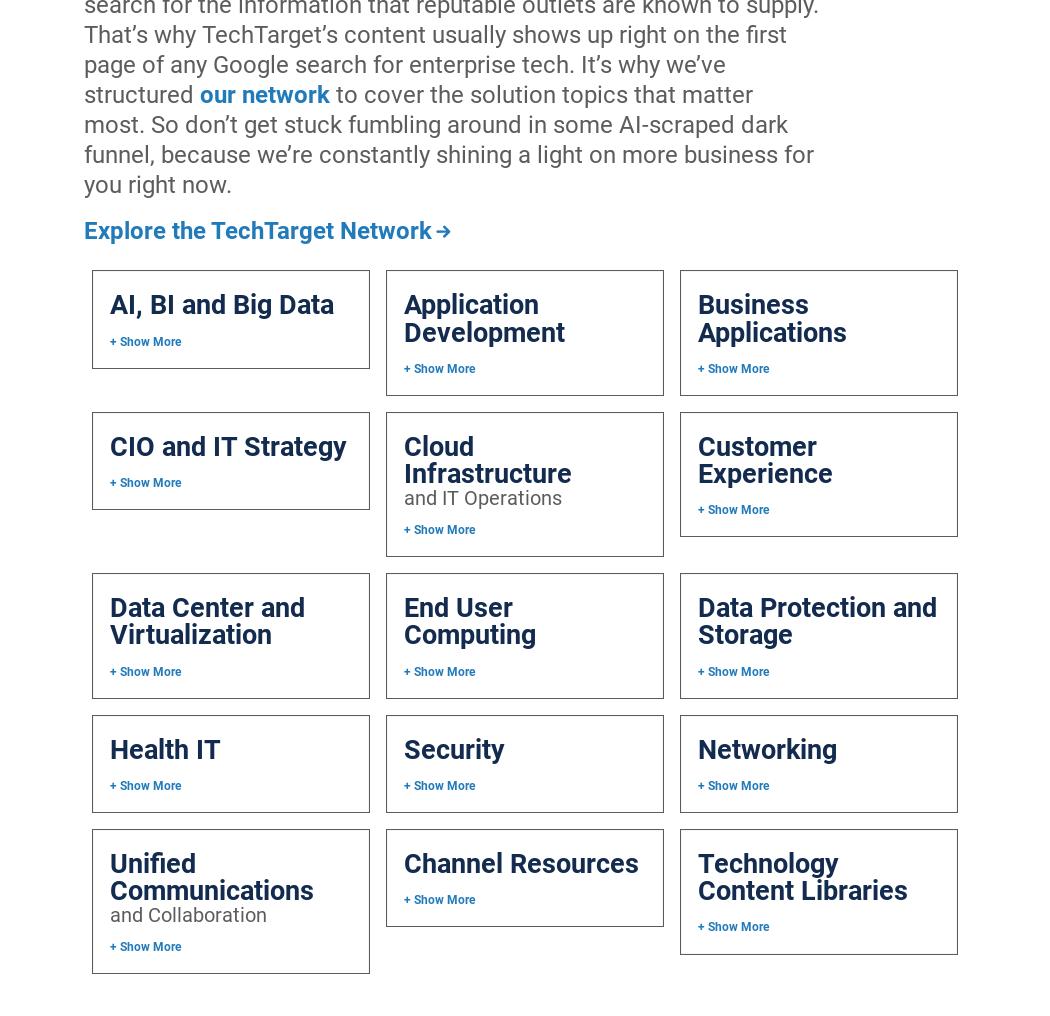 This screenshot has width=1050, height=1016. Describe the element at coordinates (766, 748) in the screenshot. I see `'Networking'` at that location.